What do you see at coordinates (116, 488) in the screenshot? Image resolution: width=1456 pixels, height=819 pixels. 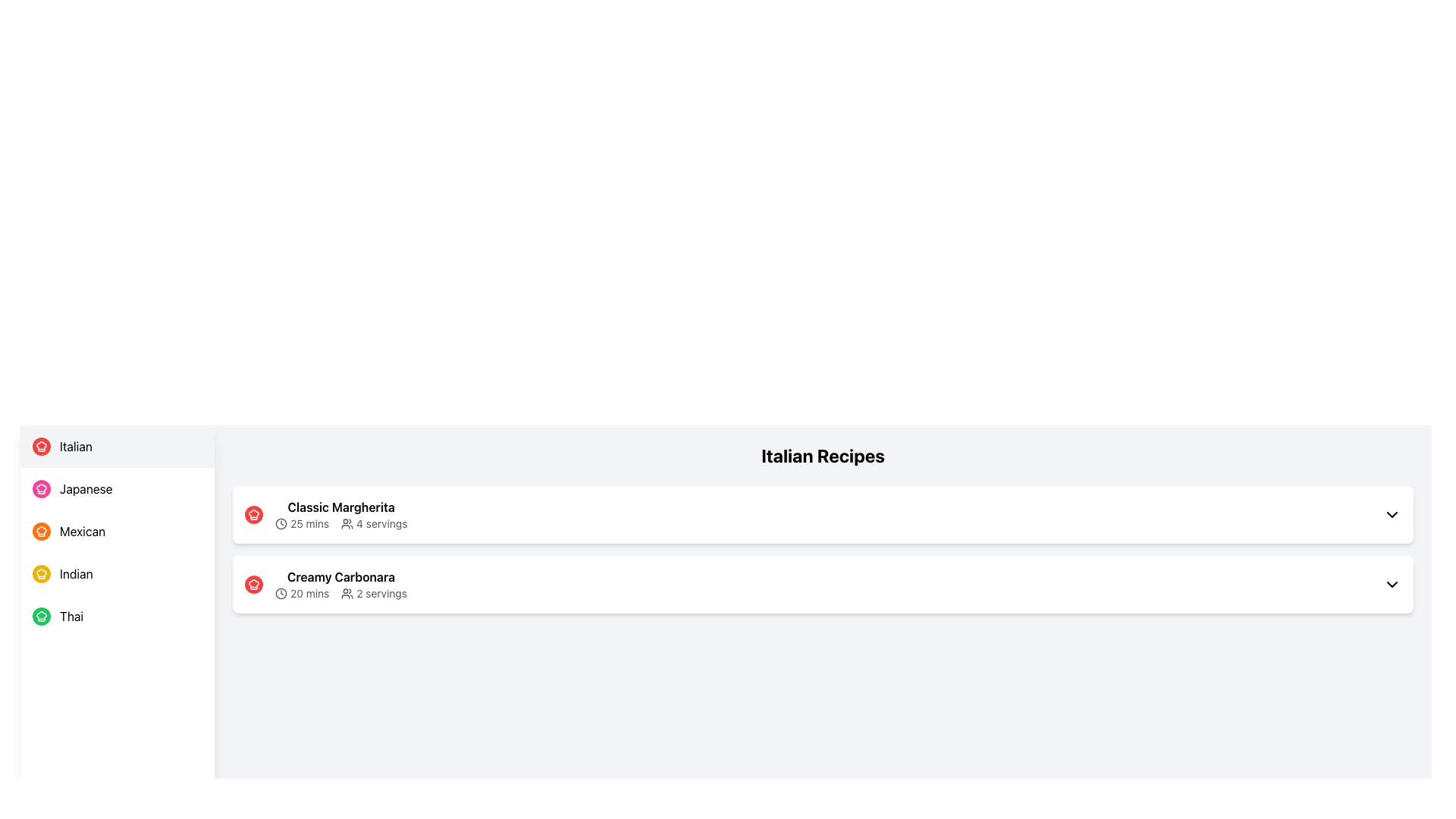 I see `the navigation button for the 'Japanese' category located in the sidebar menu, which is the second option from the top` at bounding box center [116, 488].